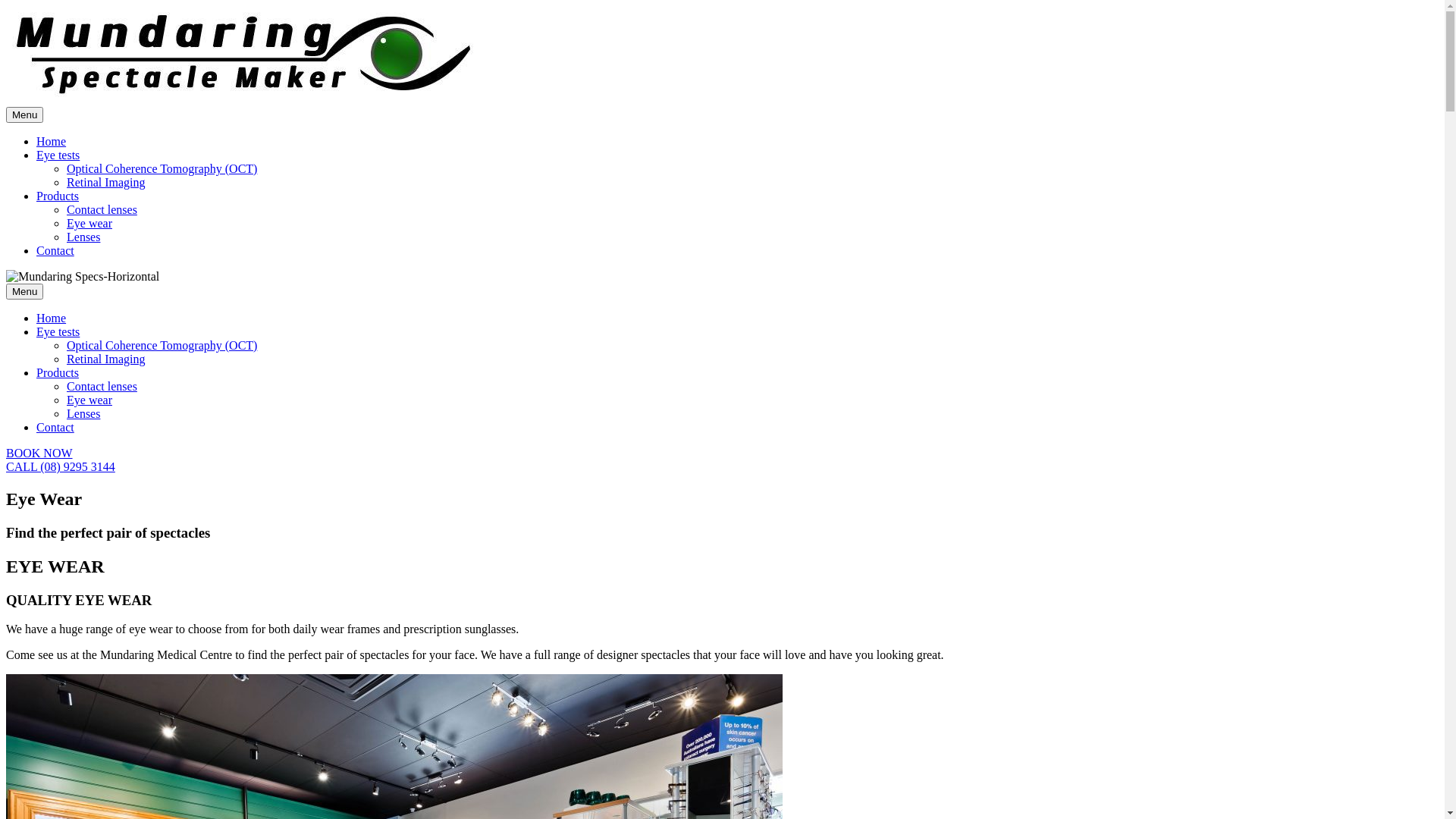 The height and width of the screenshot is (819, 1456). What do you see at coordinates (51, 141) in the screenshot?
I see `'Home'` at bounding box center [51, 141].